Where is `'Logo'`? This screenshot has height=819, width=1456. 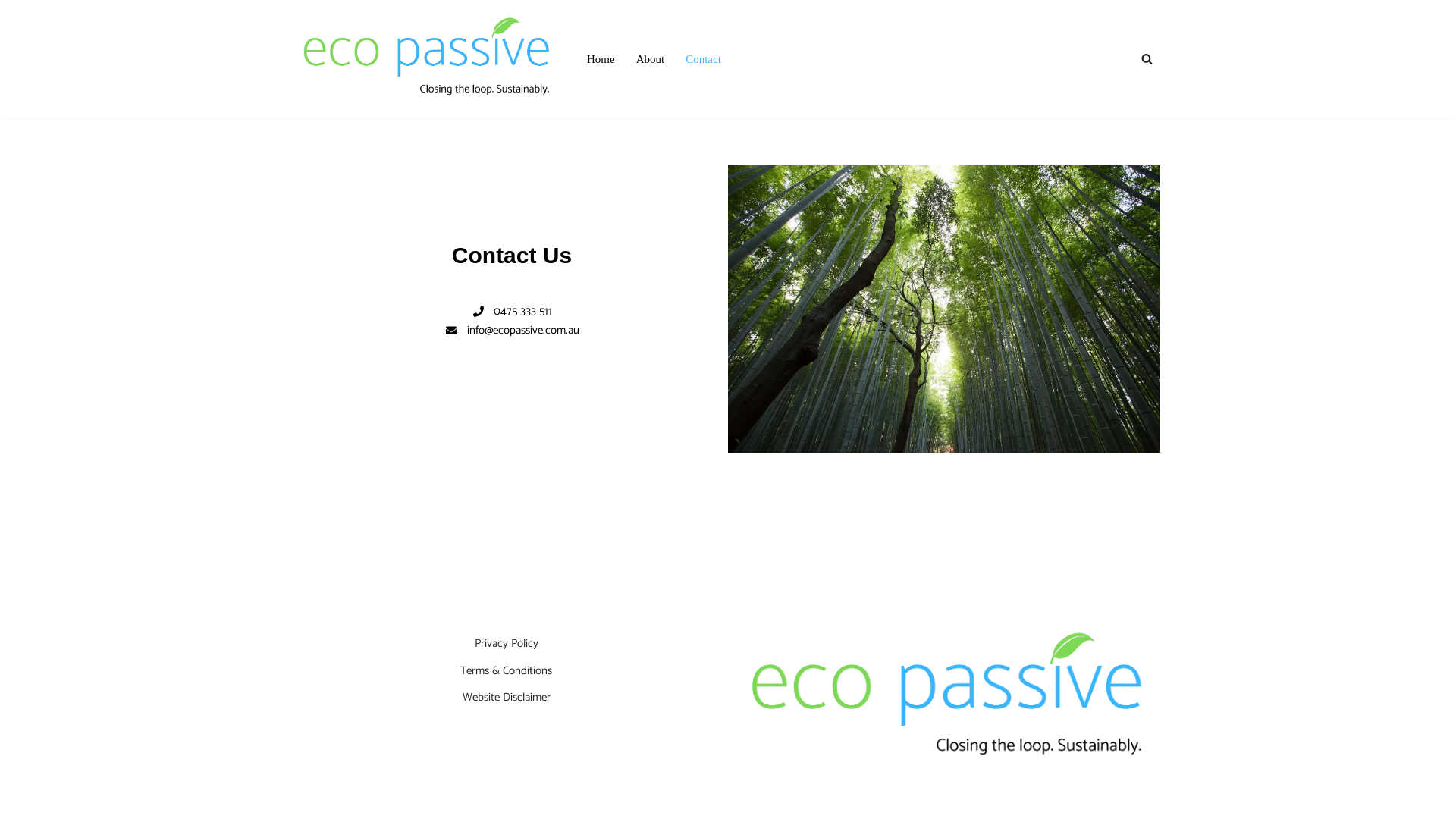 'Logo' is located at coordinates (949, 698).